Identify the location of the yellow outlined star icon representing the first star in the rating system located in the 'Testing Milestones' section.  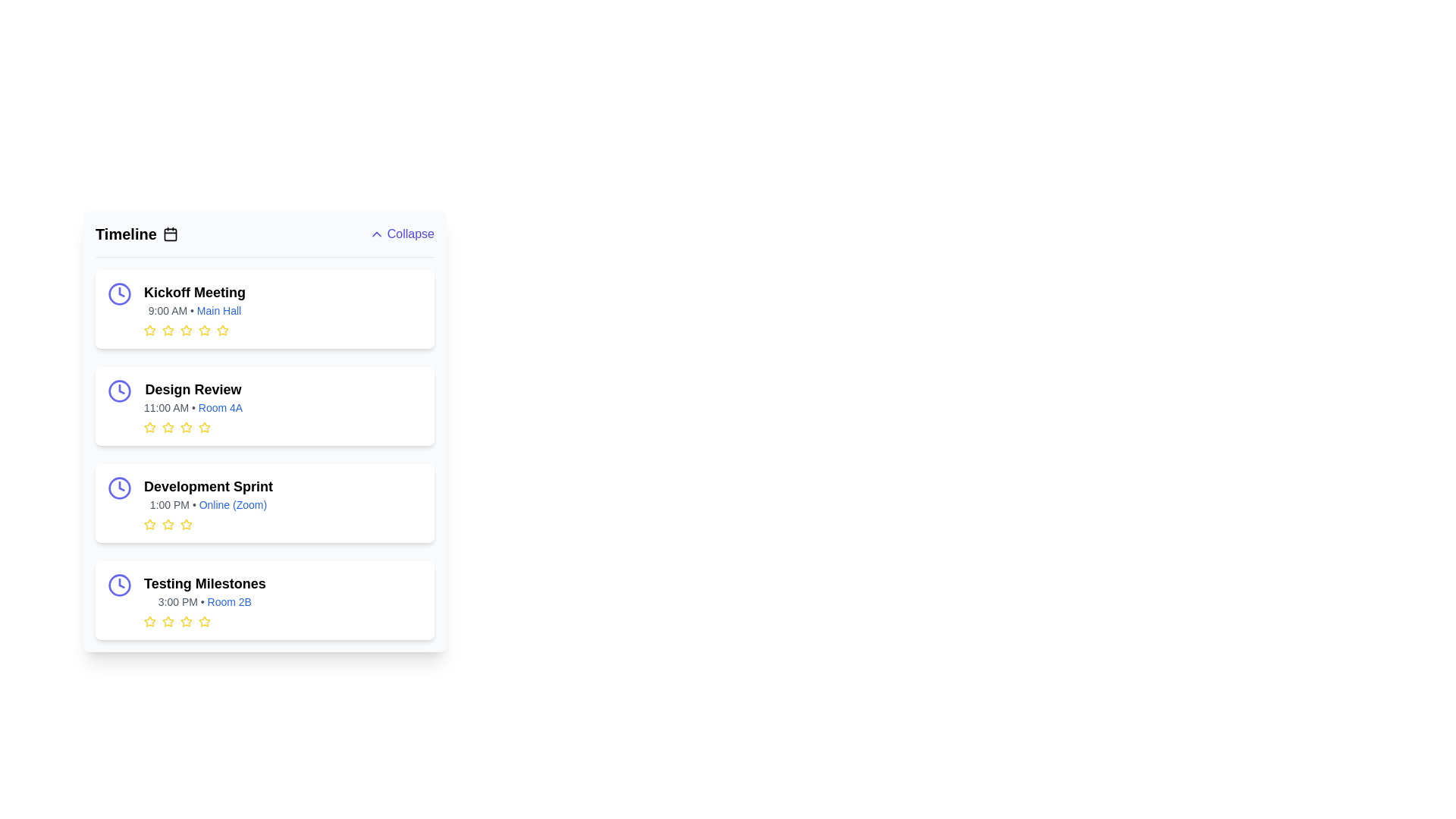
(149, 622).